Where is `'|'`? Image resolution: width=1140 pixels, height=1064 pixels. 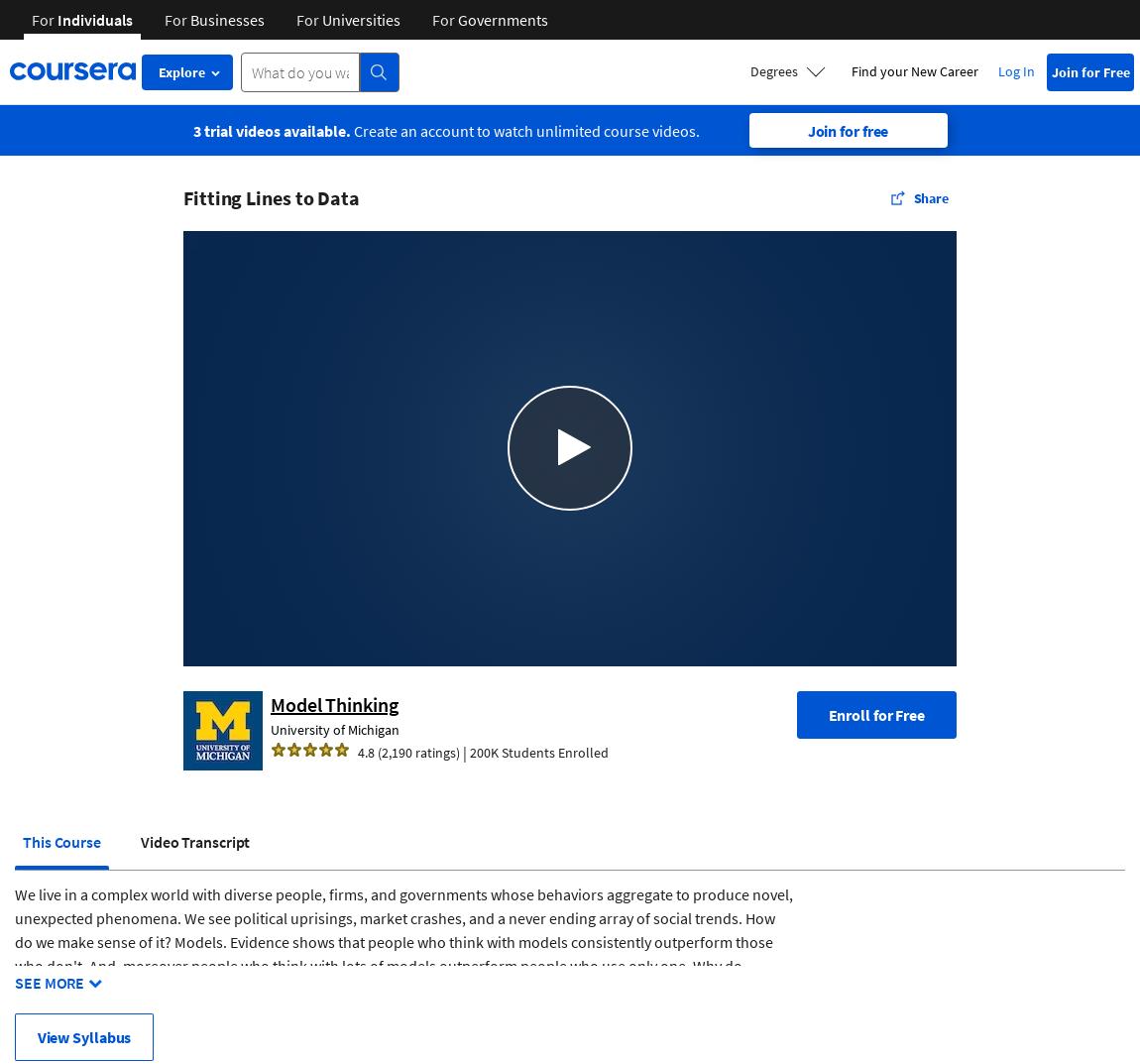
'|' is located at coordinates (464, 750).